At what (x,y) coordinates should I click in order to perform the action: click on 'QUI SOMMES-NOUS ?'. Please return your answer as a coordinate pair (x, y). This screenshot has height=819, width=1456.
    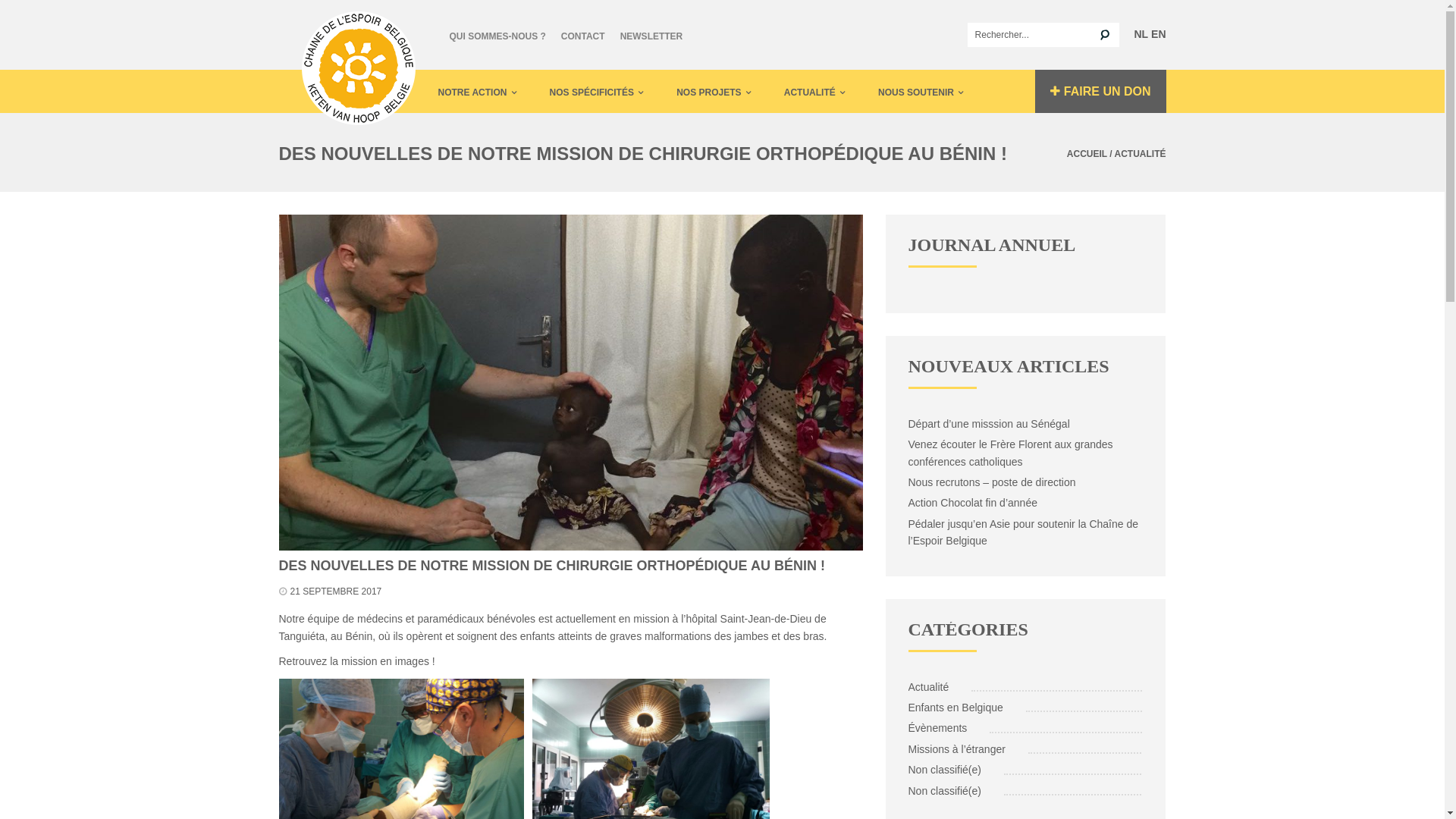
    Looking at the image, I should click on (497, 34).